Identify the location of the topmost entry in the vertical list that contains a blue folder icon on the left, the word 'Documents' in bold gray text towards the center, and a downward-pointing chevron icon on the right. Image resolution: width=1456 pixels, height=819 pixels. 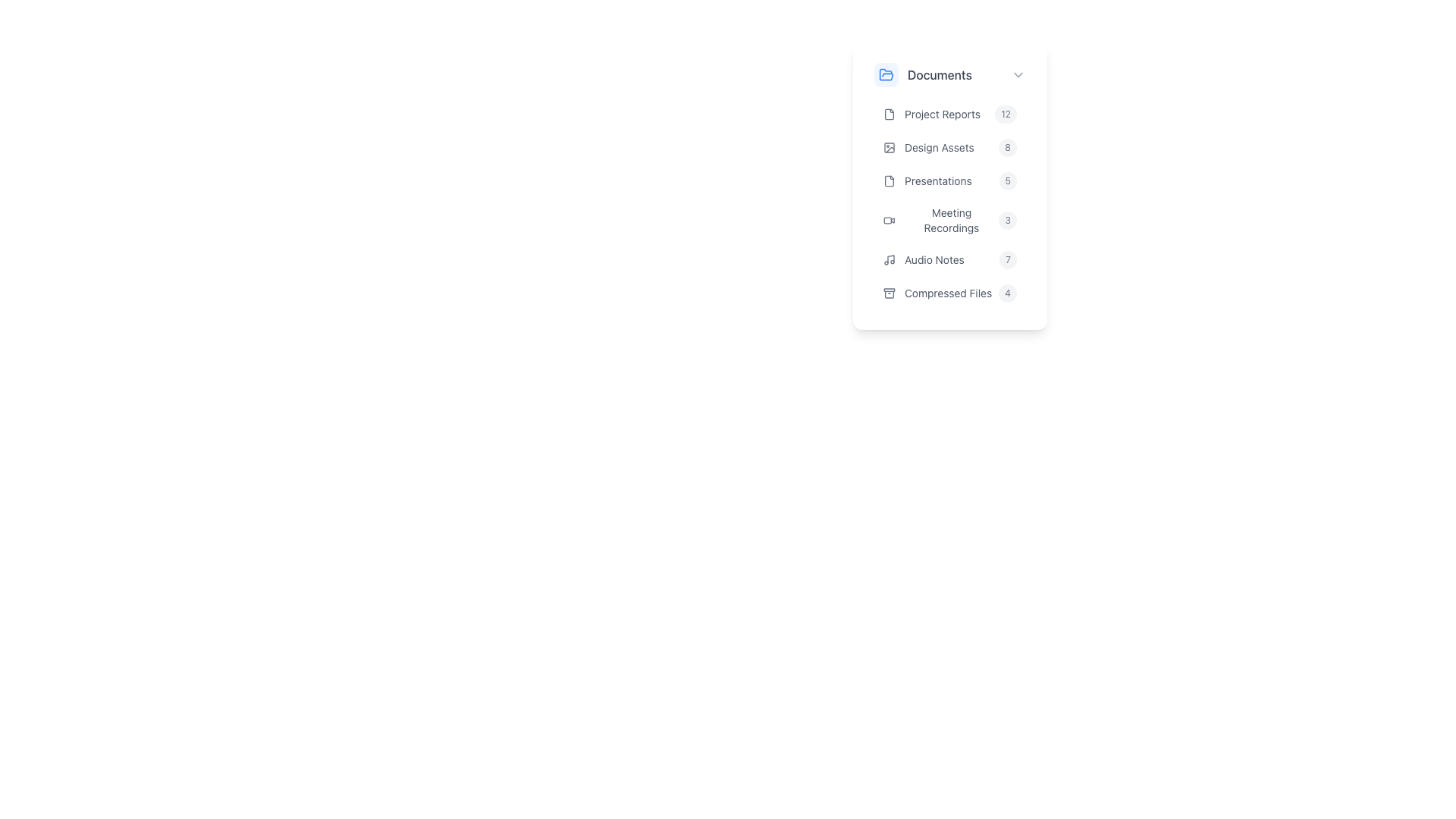
(949, 75).